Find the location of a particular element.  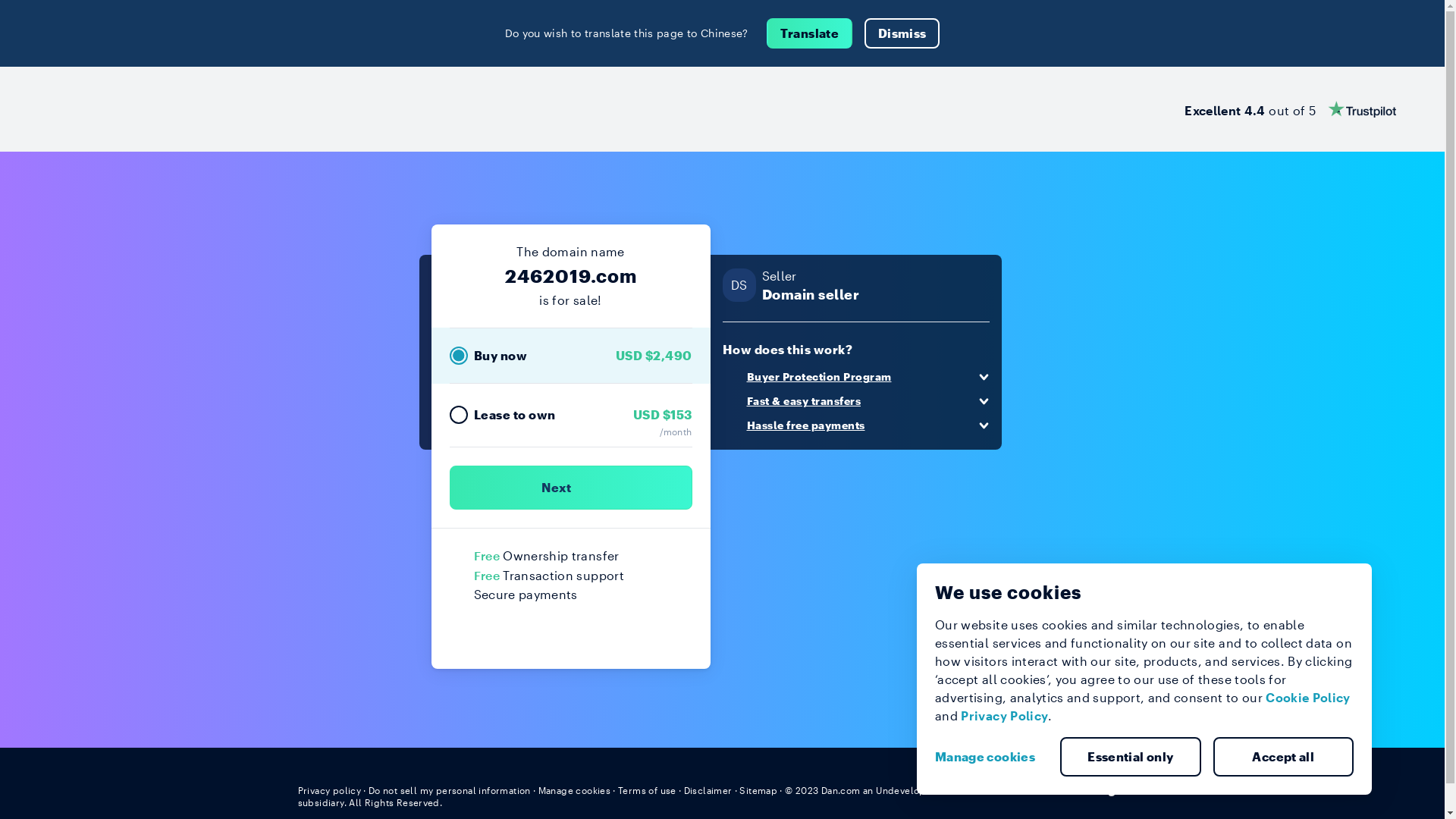

'Accept all' is located at coordinates (1283, 757).